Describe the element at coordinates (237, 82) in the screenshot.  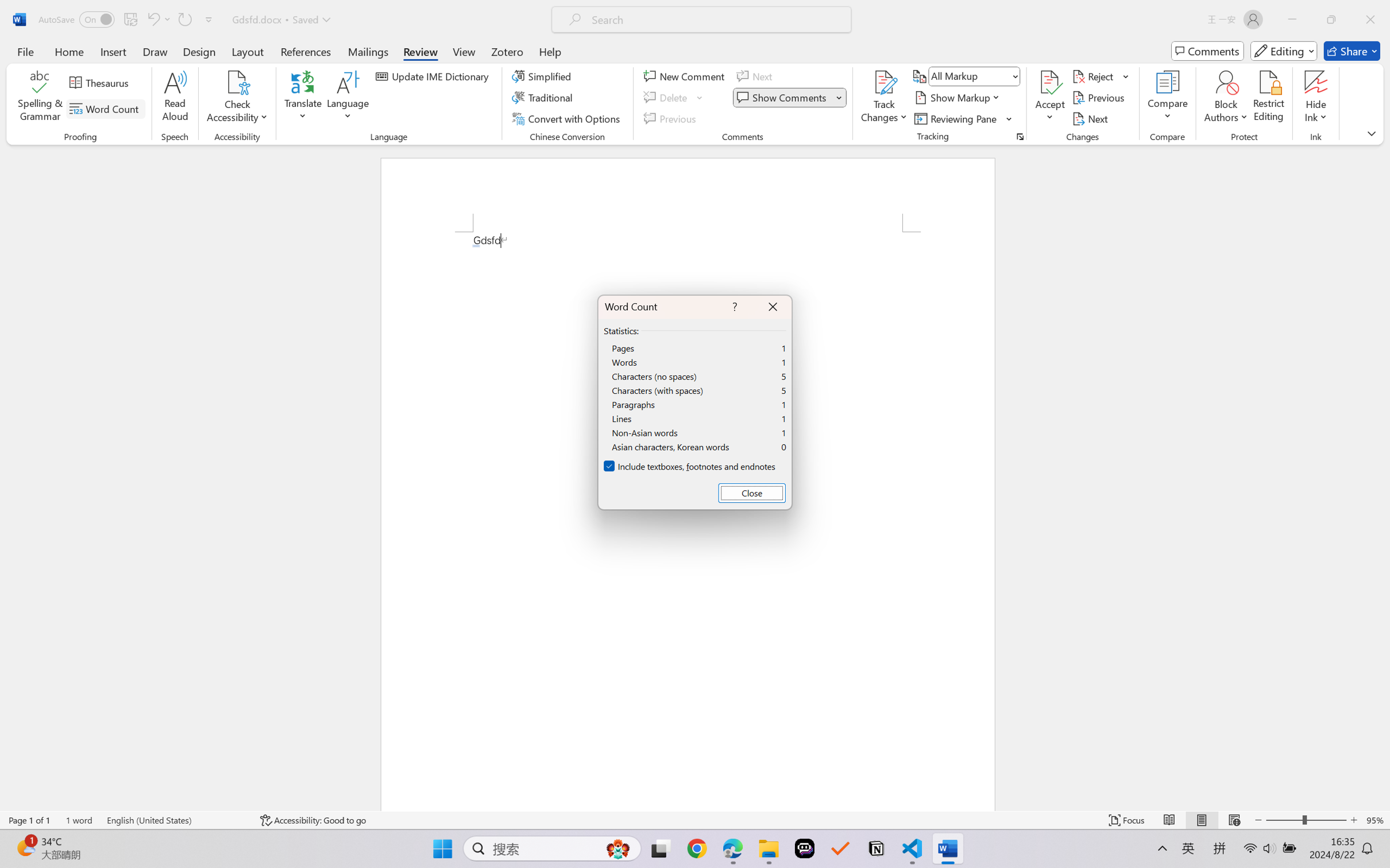
I see `'Check Accessibility'` at that location.